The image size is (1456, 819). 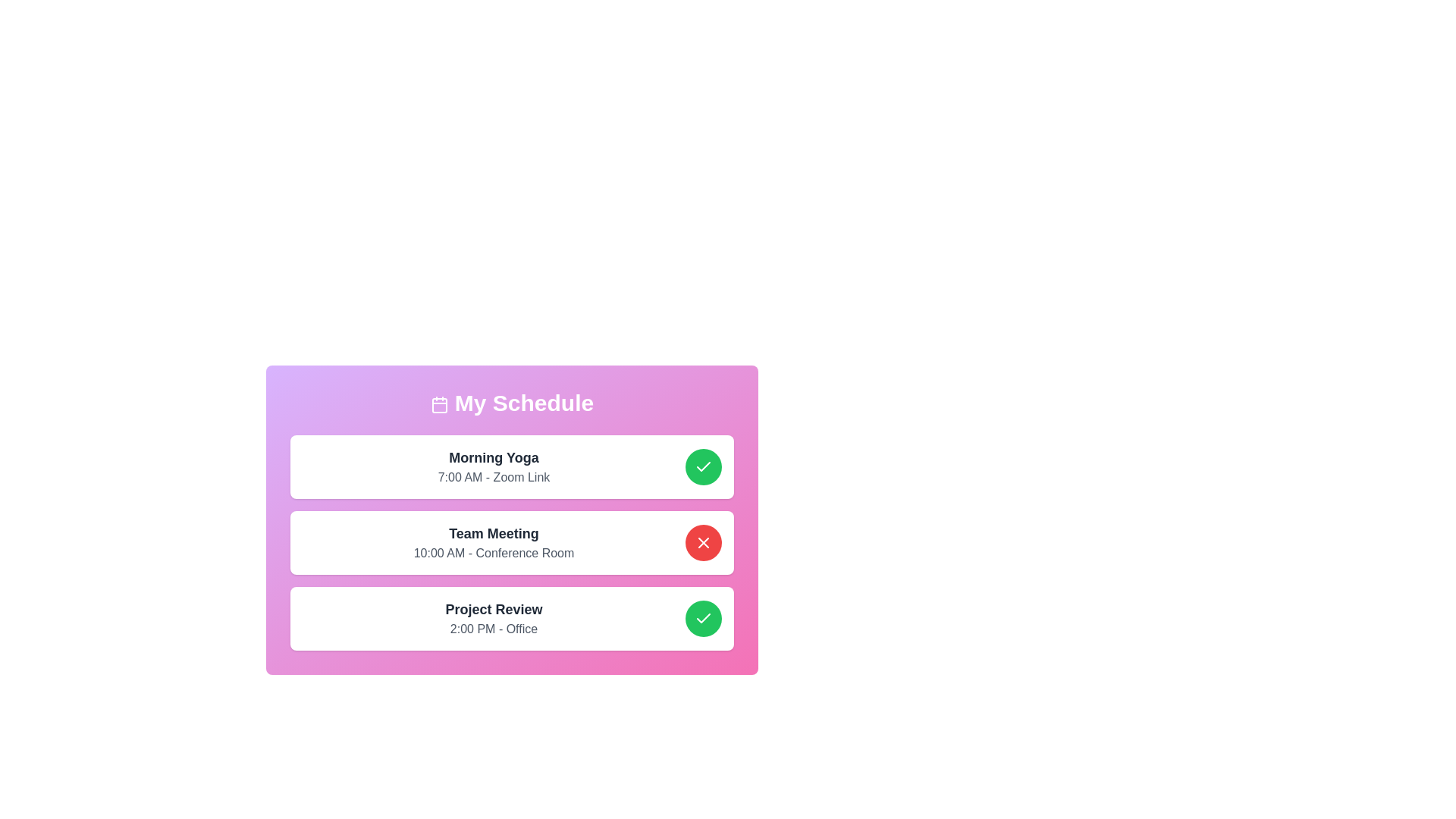 What do you see at coordinates (438, 404) in the screenshot?
I see `the calendar icon in the header` at bounding box center [438, 404].